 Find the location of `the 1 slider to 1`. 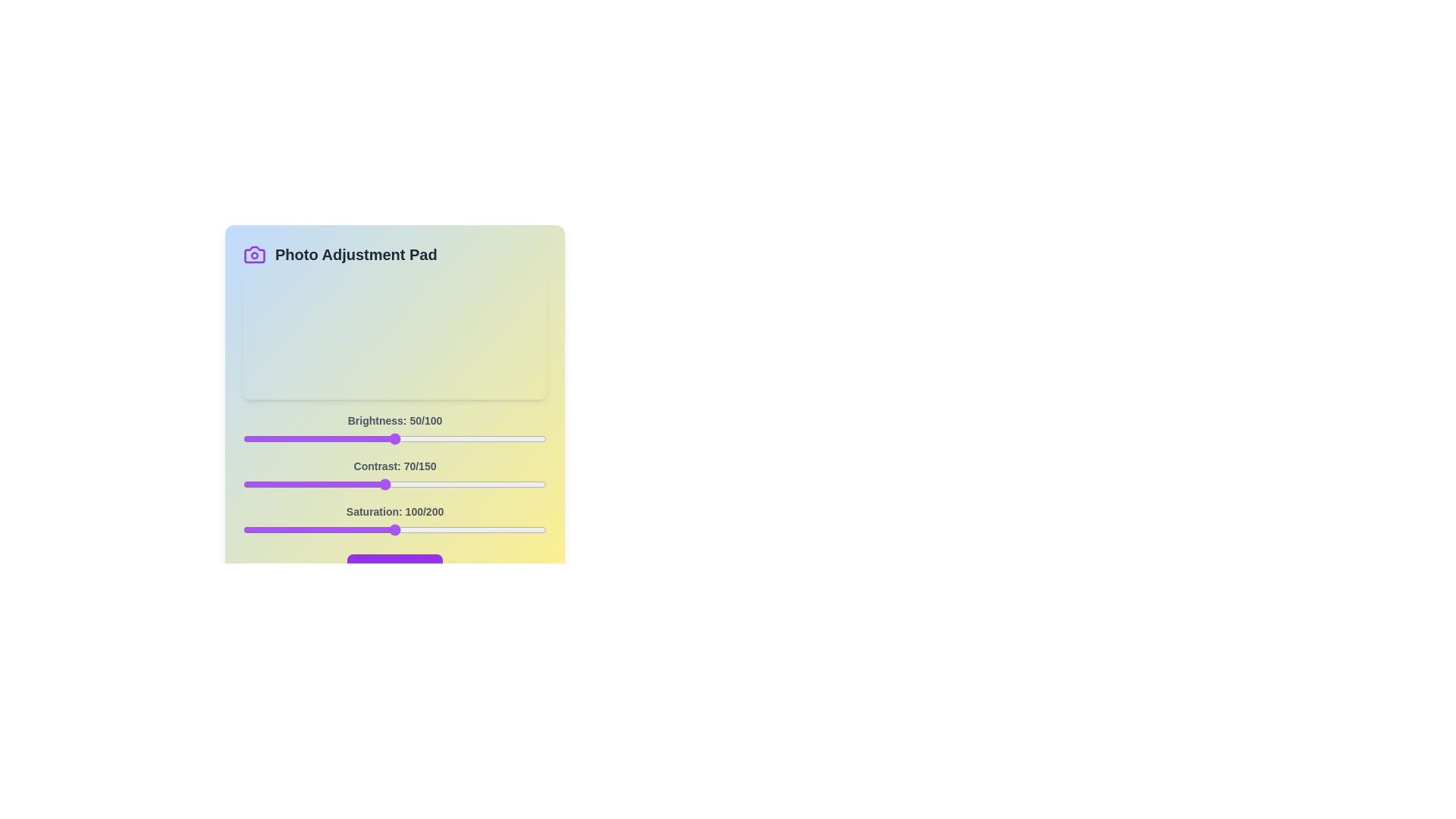

the 1 slider to 1 is located at coordinates (245, 485).